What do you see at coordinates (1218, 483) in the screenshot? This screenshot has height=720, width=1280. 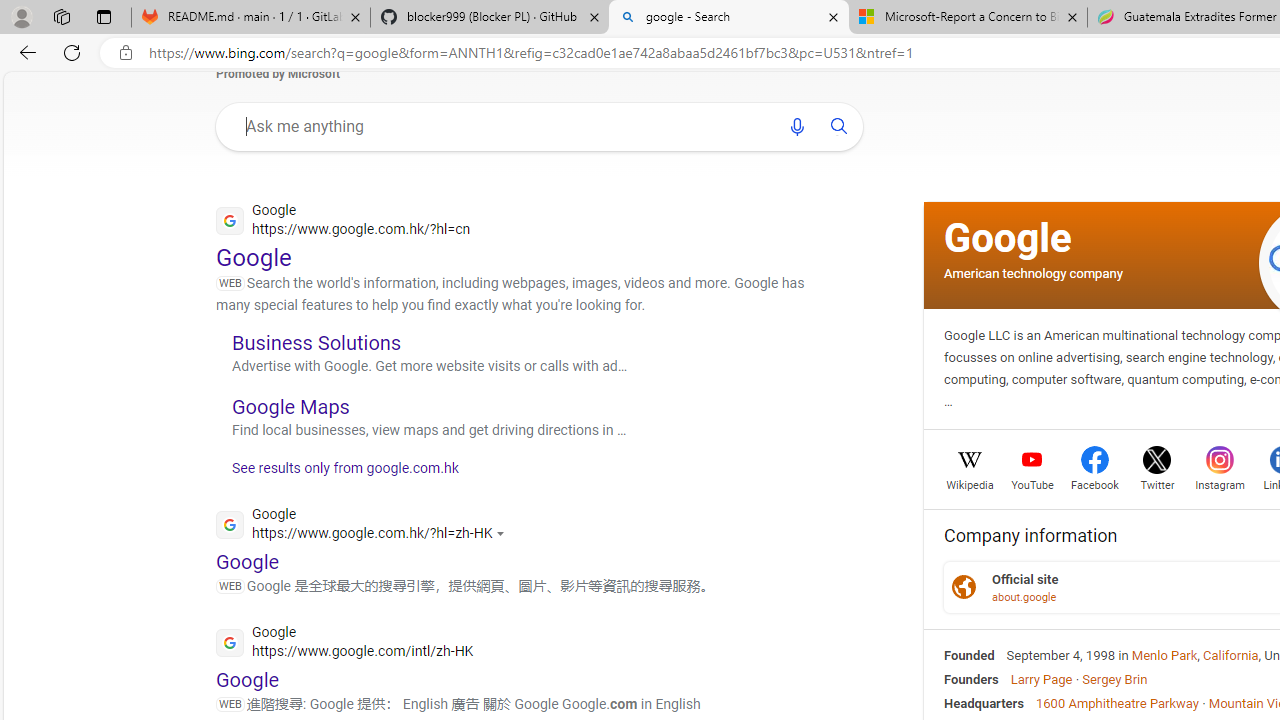 I see `'Instagram'` at bounding box center [1218, 483].